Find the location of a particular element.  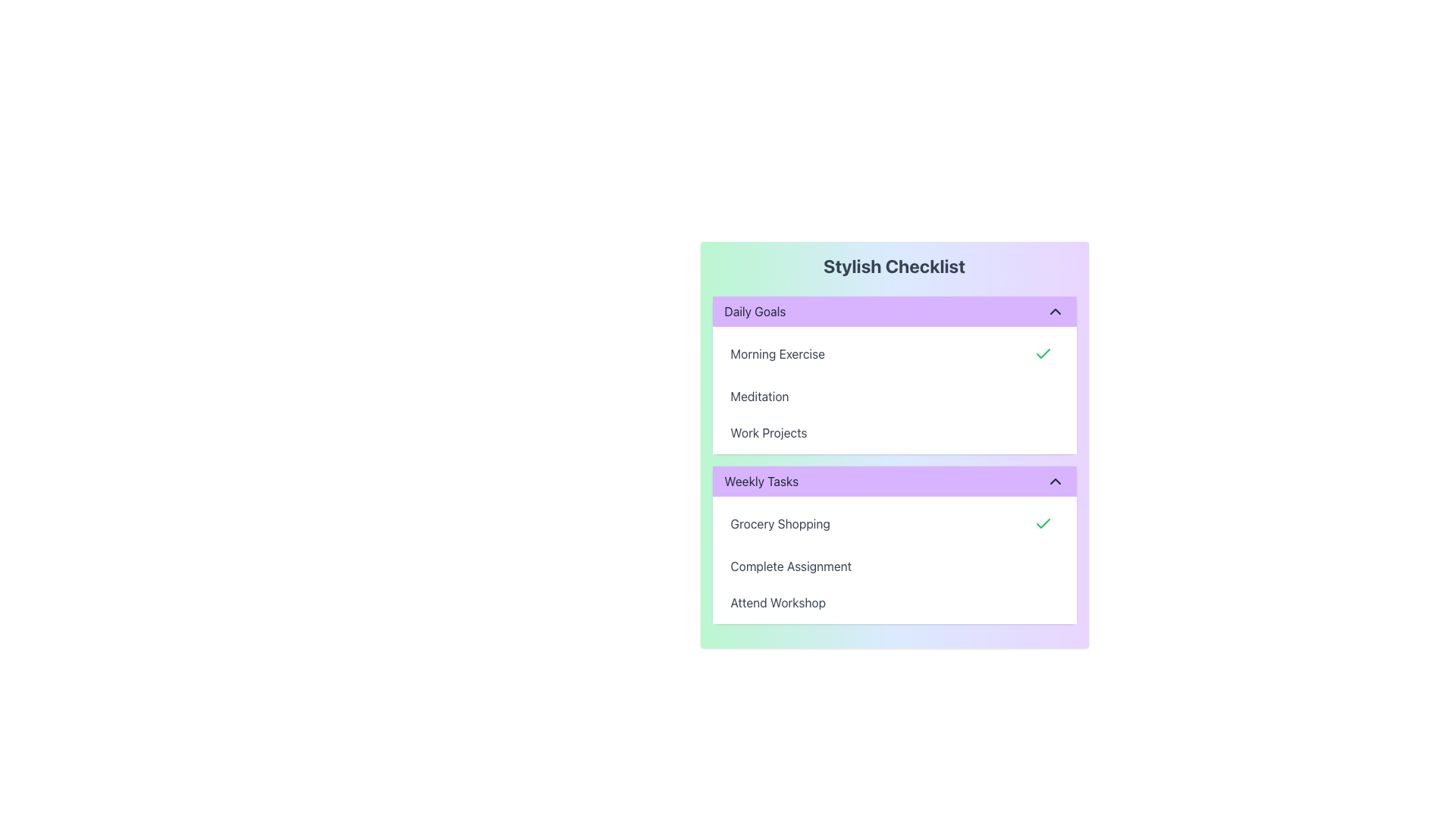

the status indicator of the checklist item labeled 'Grocery Shopping', which is the first item under the 'Weekly Tasks' section in the 'Stylish Checklist' is located at coordinates (894, 522).